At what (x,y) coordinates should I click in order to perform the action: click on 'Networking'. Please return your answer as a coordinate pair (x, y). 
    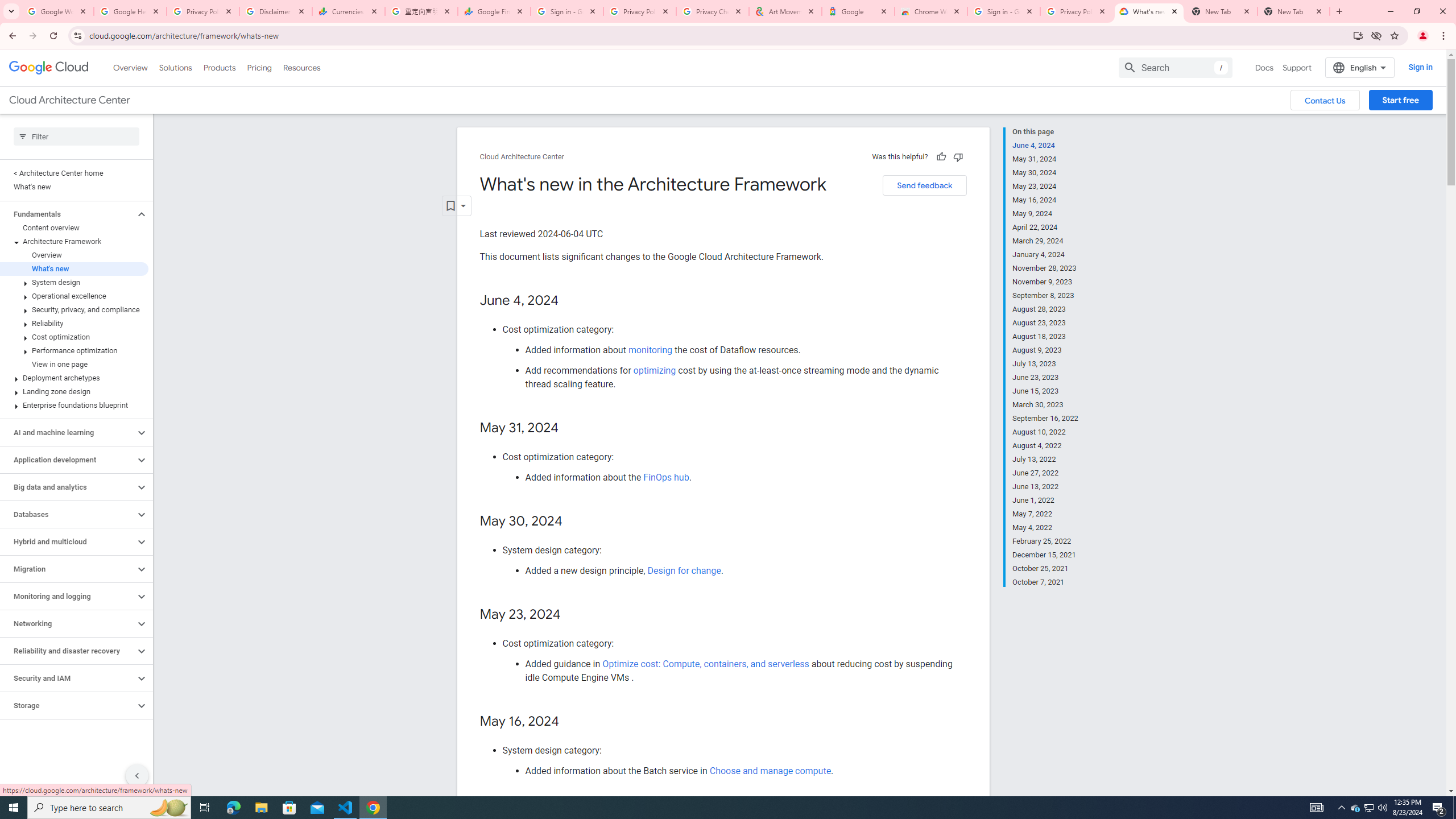
    Looking at the image, I should click on (67, 623).